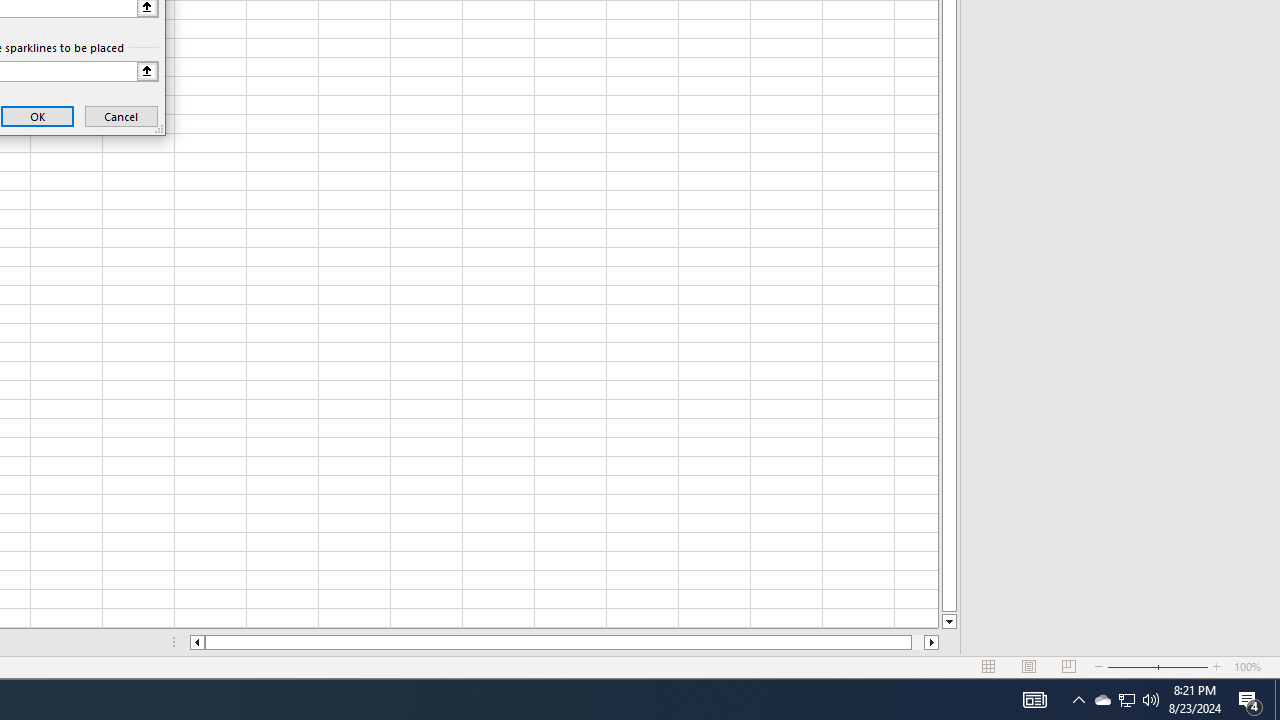 The image size is (1280, 720). What do you see at coordinates (1276, 698) in the screenshot?
I see `'Action Center, 4 new notifications'` at bounding box center [1276, 698].